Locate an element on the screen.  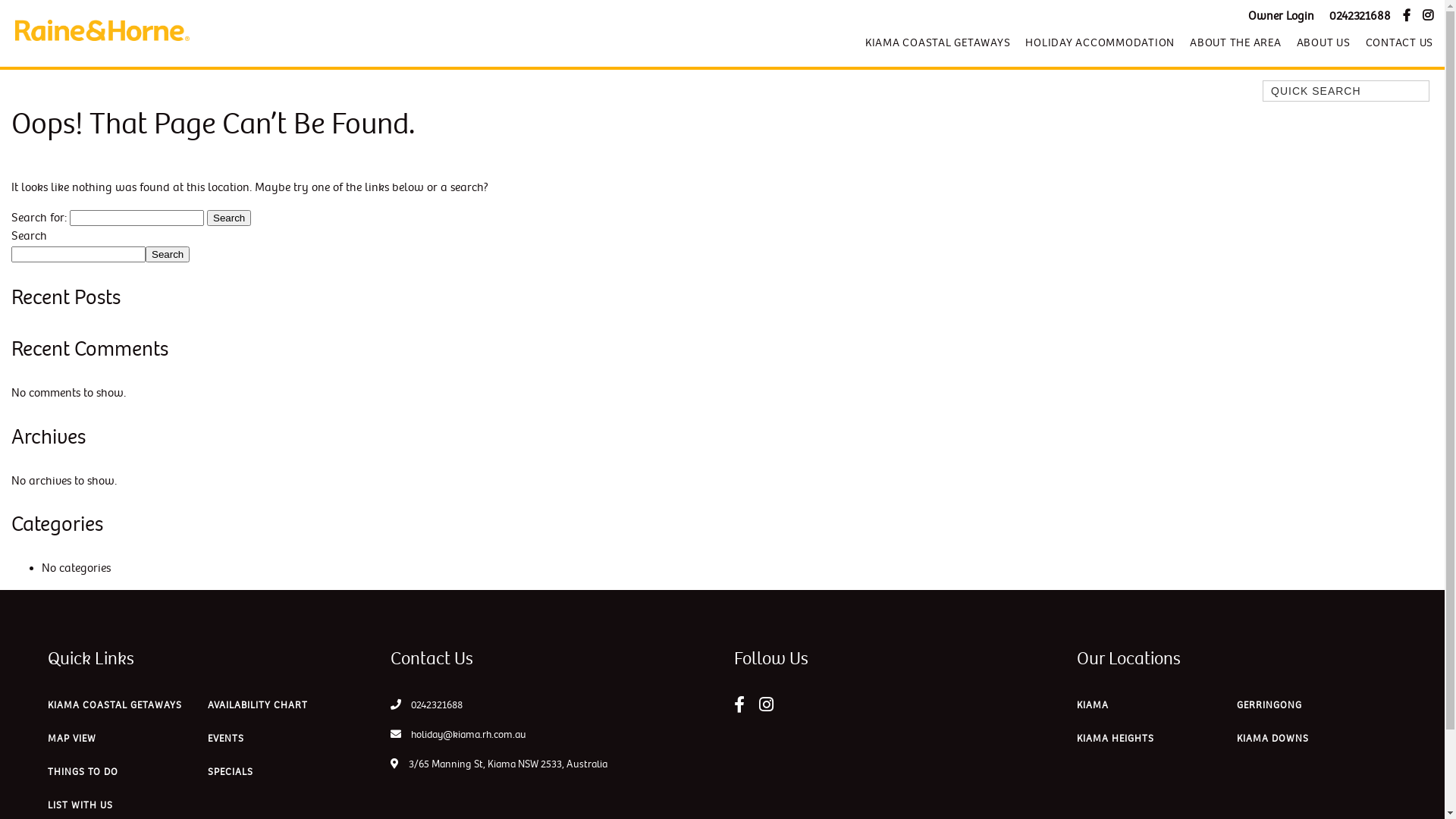
'Owner Login' is located at coordinates (1280, 16).